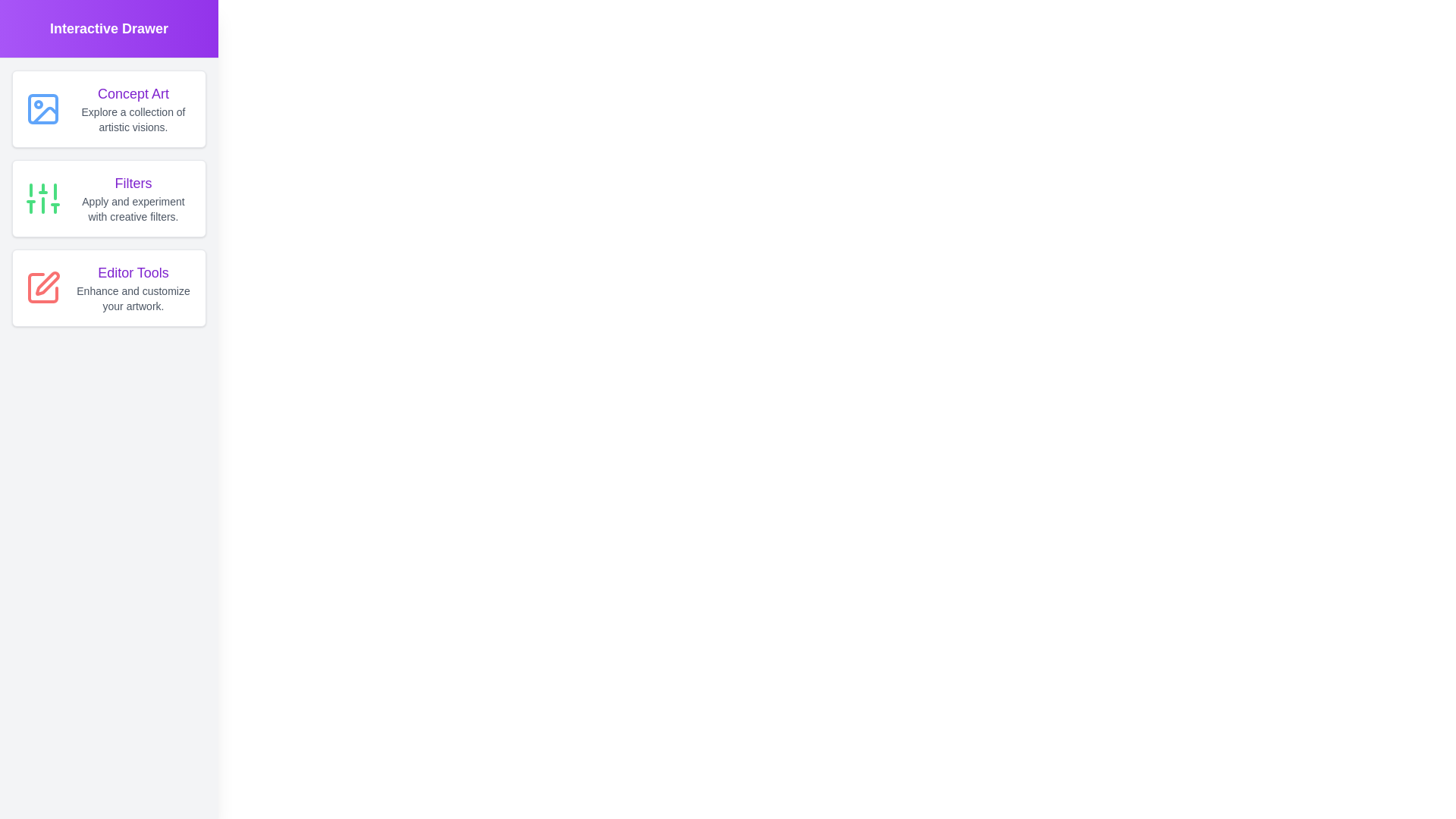  What do you see at coordinates (108, 288) in the screenshot?
I see `the item Editor Tools from the drawer list` at bounding box center [108, 288].